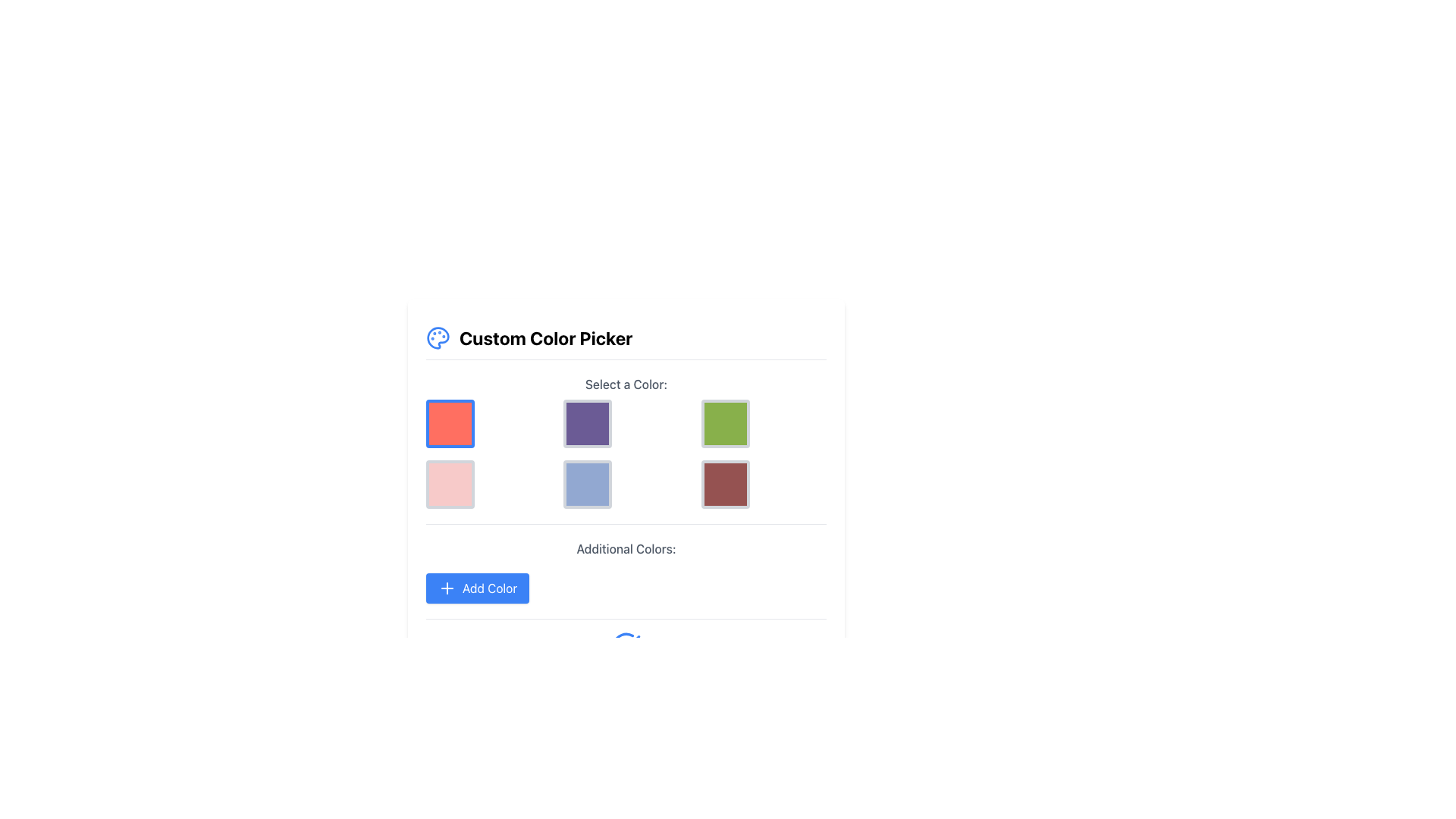  I want to click on the decorative icon indicating the color picker feature located to the left of the 'Custom Color Picker' text header, so click(437, 337).